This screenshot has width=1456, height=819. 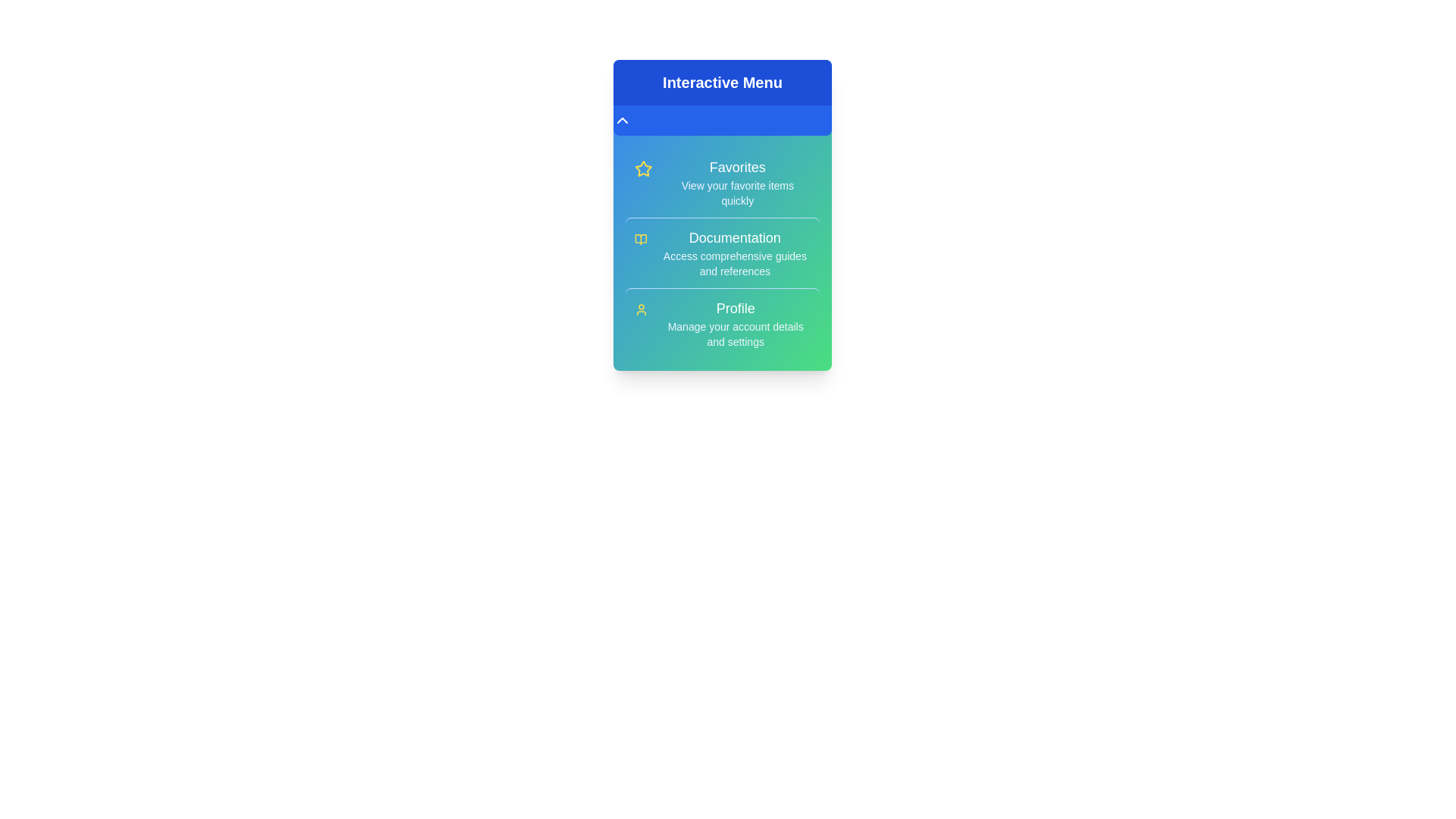 What do you see at coordinates (722, 251) in the screenshot?
I see `the menu item with the title Documentation from the menu` at bounding box center [722, 251].